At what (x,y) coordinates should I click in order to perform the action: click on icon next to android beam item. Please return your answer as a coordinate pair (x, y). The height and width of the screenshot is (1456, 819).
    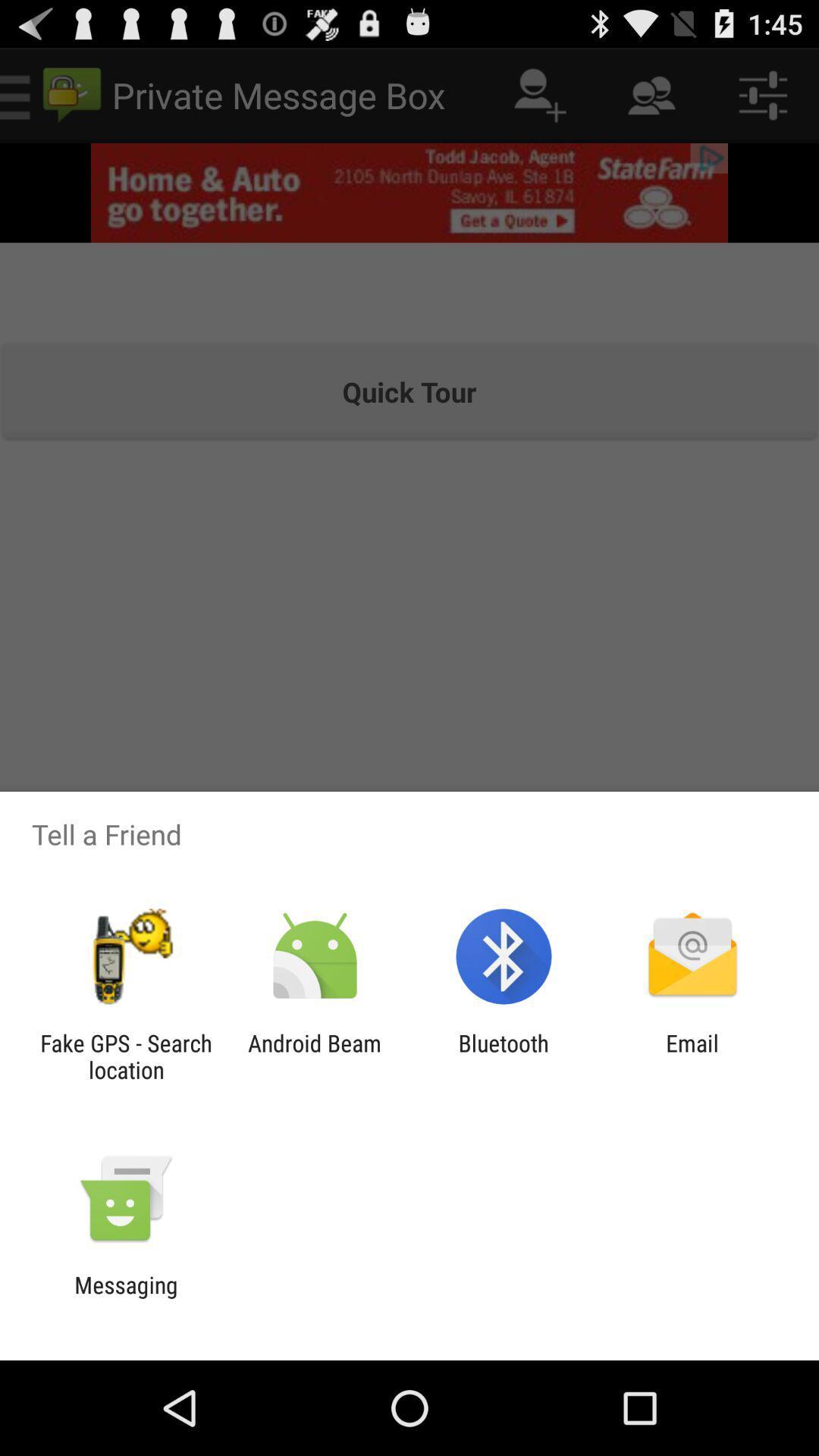
    Looking at the image, I should click on (125, 1056).